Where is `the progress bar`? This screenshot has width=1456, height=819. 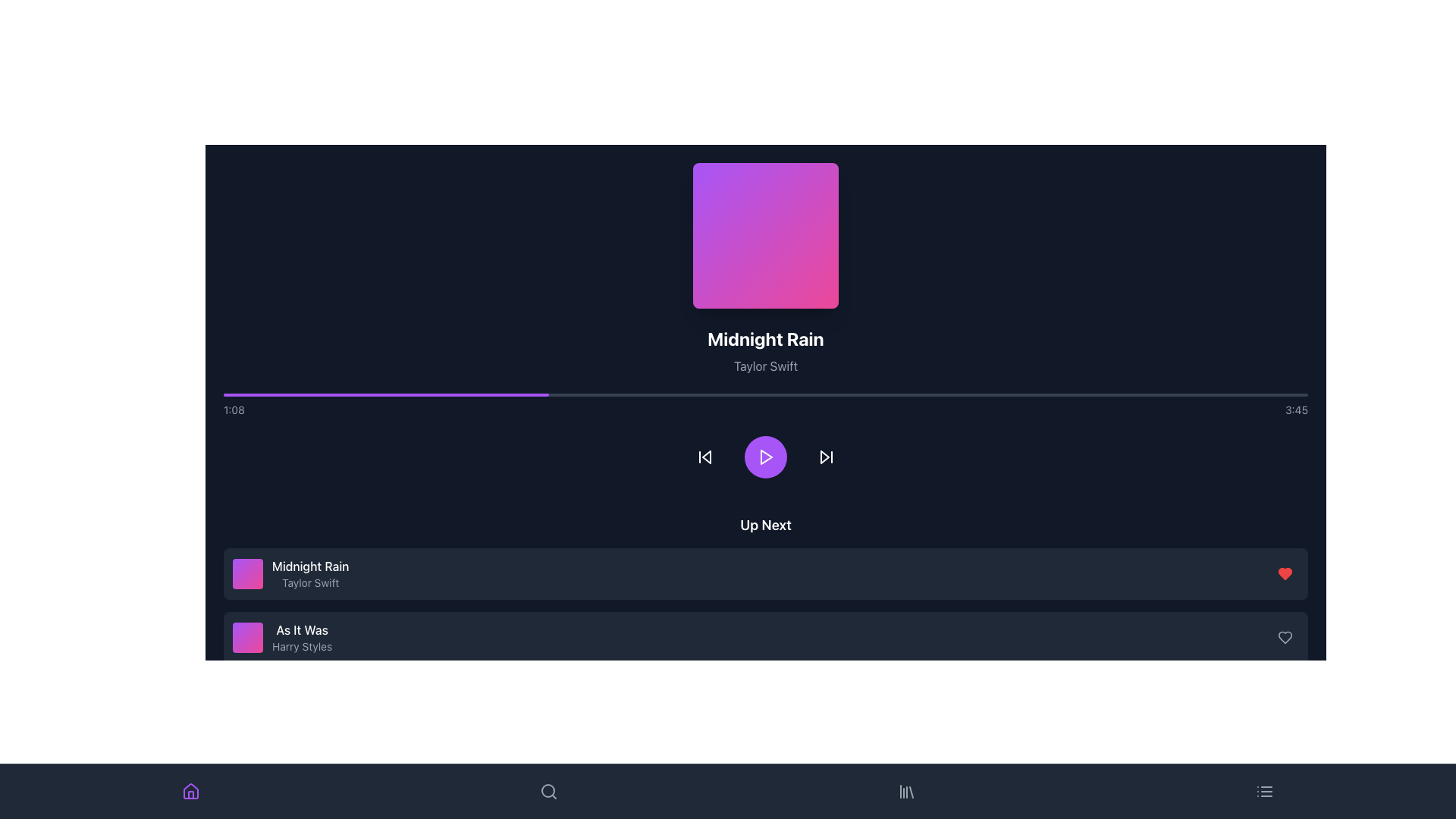 the progress bar is located at coordinates (285, 394).